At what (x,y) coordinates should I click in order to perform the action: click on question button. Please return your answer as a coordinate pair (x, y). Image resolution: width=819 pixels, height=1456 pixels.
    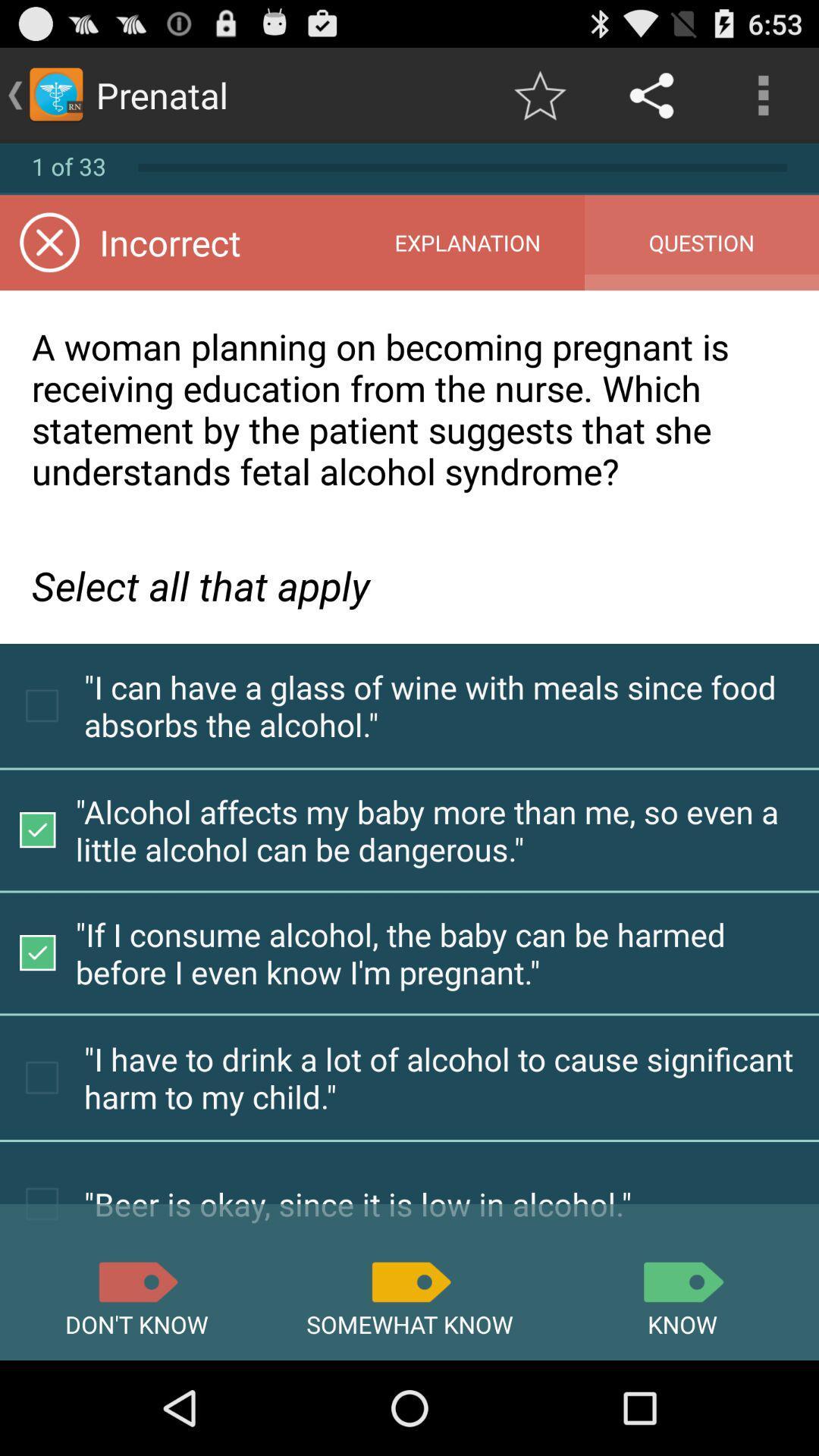
    Looking at the image, I should click on (701, 243).